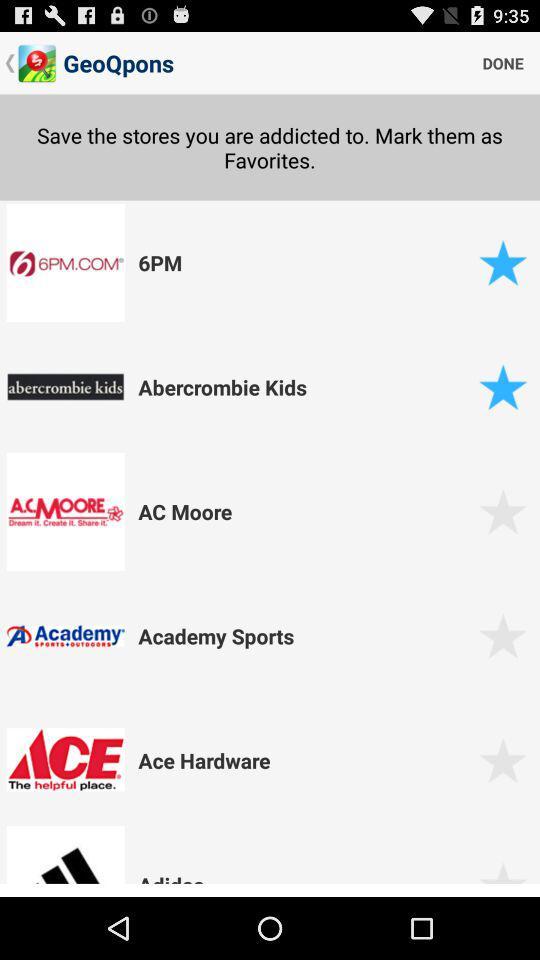  What do you see at coordinates (502, 635) in the screenshot?
I see `to favorite` at bounding box center [502, 635].